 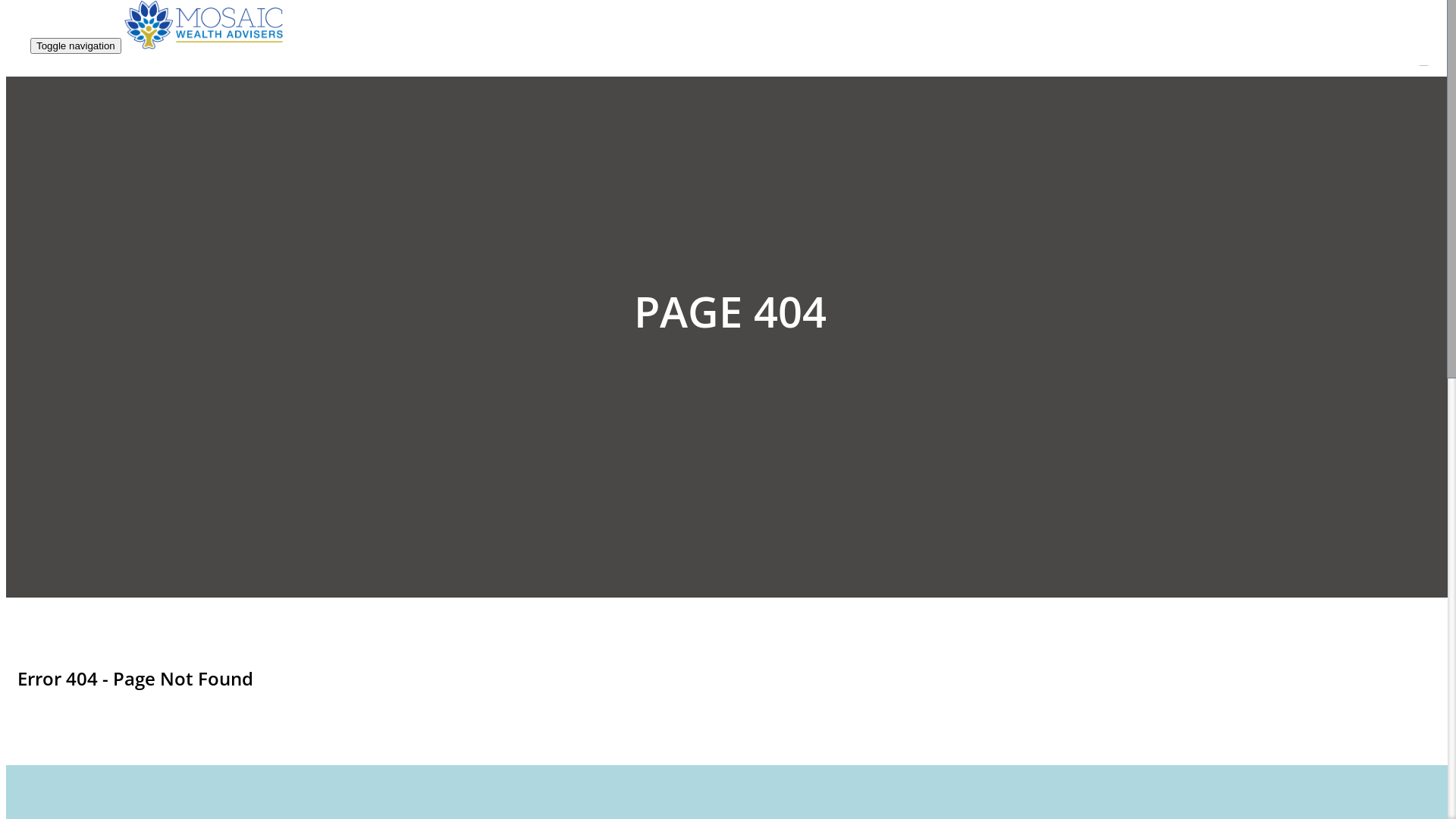 I want to click on 'Financial Planning', so click(x=1139, y=80).